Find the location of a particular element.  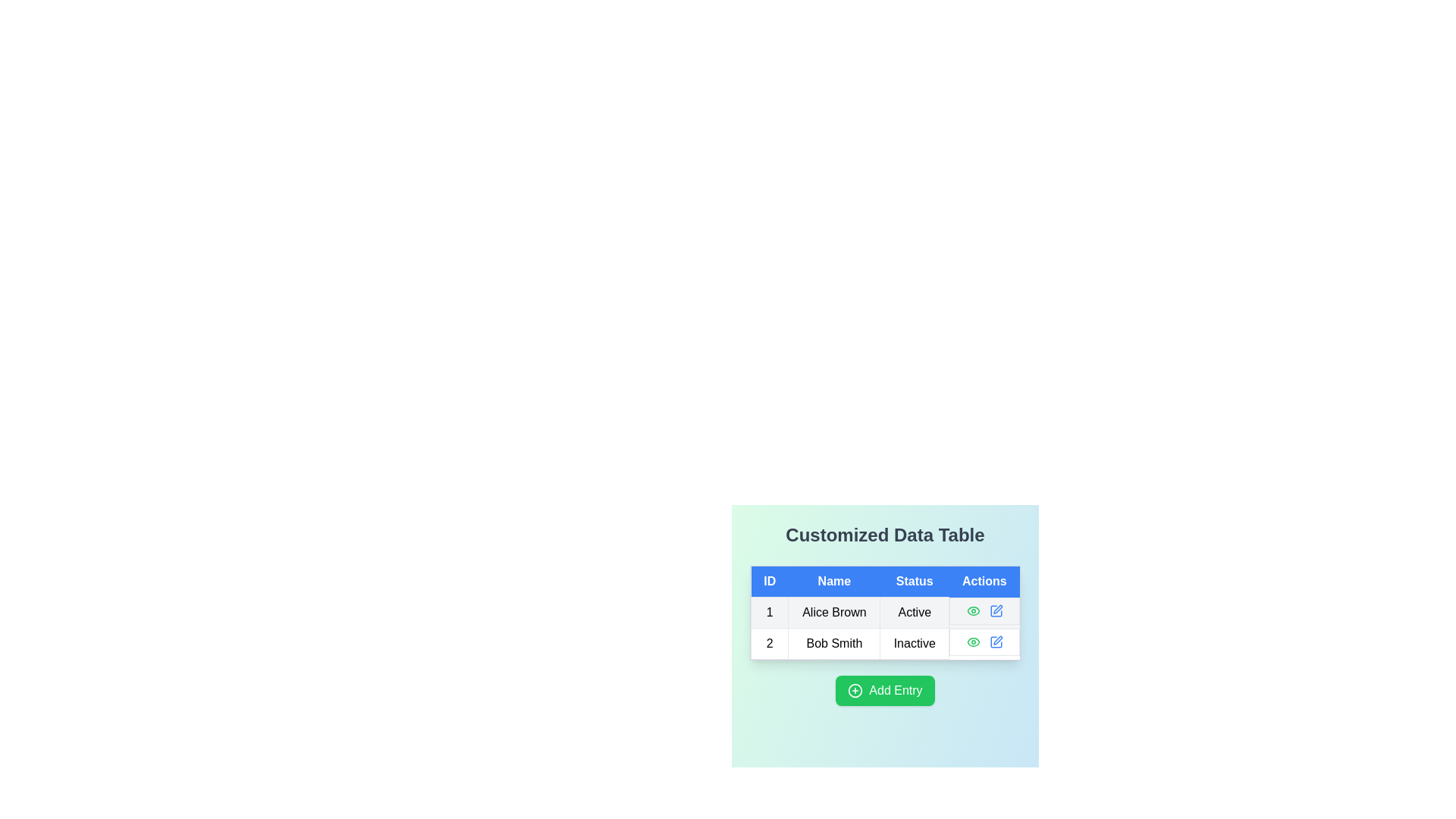

the text label displaying 'Active' located in the first row of the data table under the 'Status' column is located at coordinates (914, 611).